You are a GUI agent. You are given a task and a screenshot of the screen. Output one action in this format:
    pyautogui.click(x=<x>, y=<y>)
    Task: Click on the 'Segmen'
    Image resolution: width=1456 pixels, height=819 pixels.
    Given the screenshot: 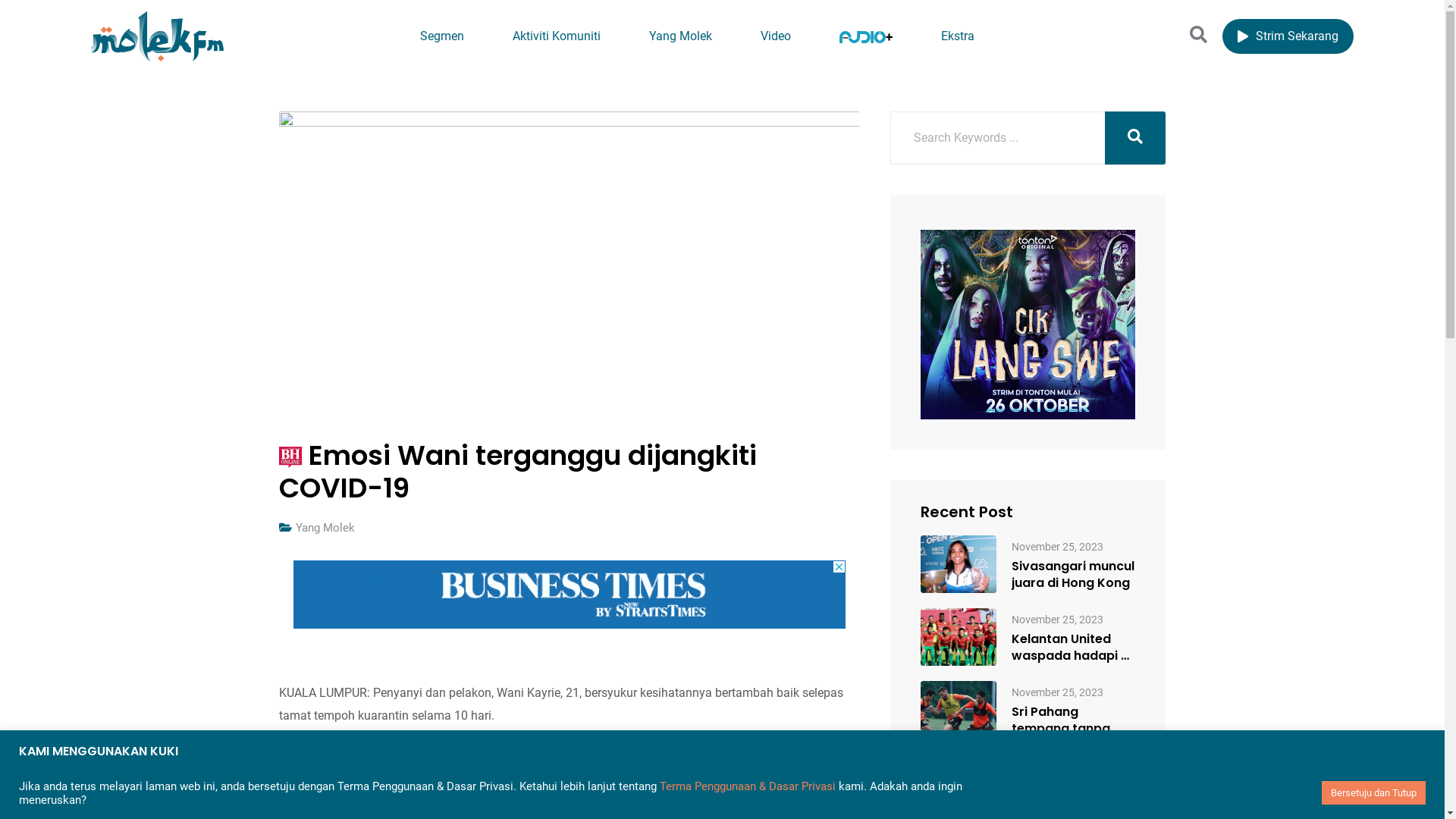 What is the action you would take?
    pyautogui.click(x=441, y=36)
    